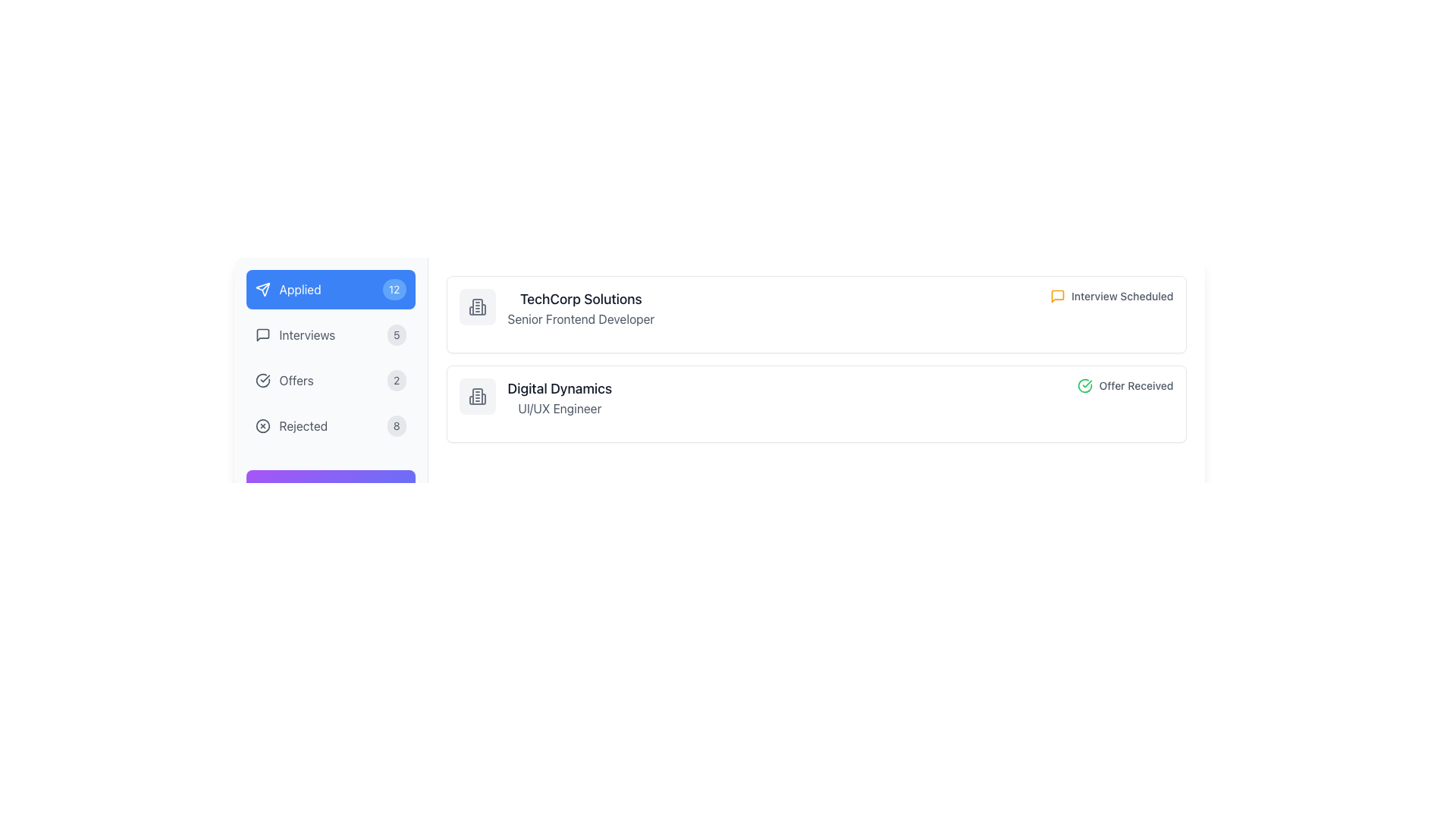 This screenshot has height=819, width=1456. I want to click on the 'Offer Received' label, which is styled in medium gray and positioned to the right of a green circular checkmark icon, so click(1136, 385).